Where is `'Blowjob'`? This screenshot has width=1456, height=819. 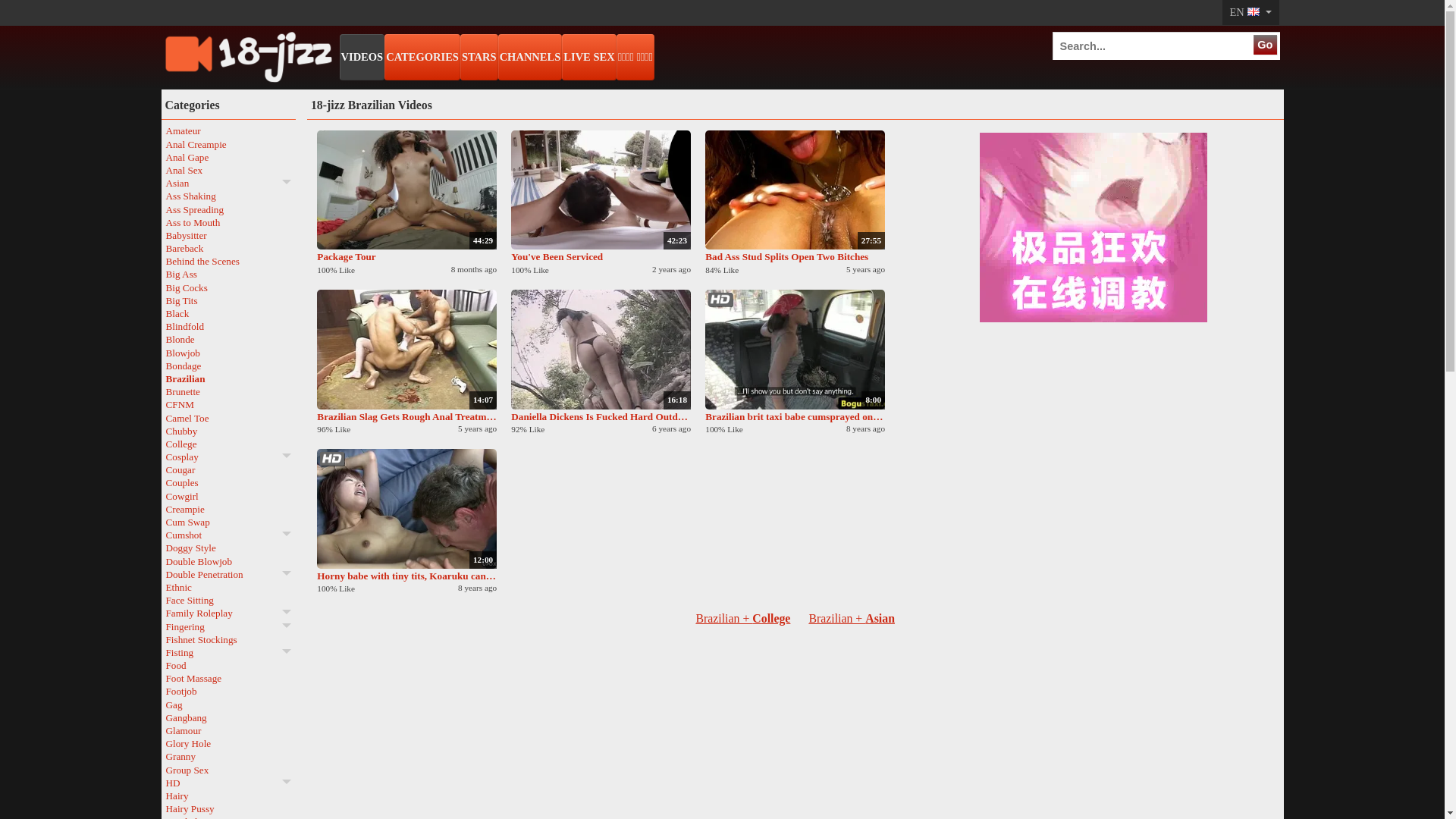
'Blowjob' is located at coordinates (165, 353).